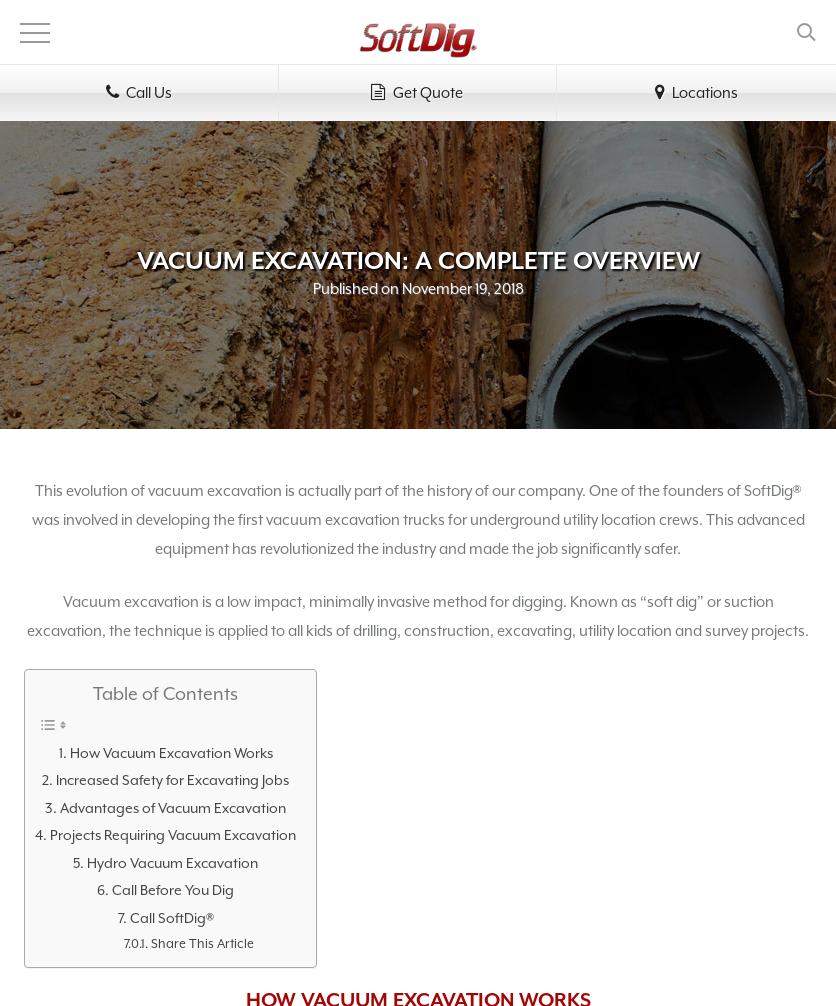 This screenshot has height=1006, width=836. I want to click on 'Vacuum excavation is a low impact, minimally invasive method for digging. Known as “soft dig” or suction excavation, the technique is applied to all kids of drilling, construction, excavating, utility location and survey projects.', so click(418, 614).